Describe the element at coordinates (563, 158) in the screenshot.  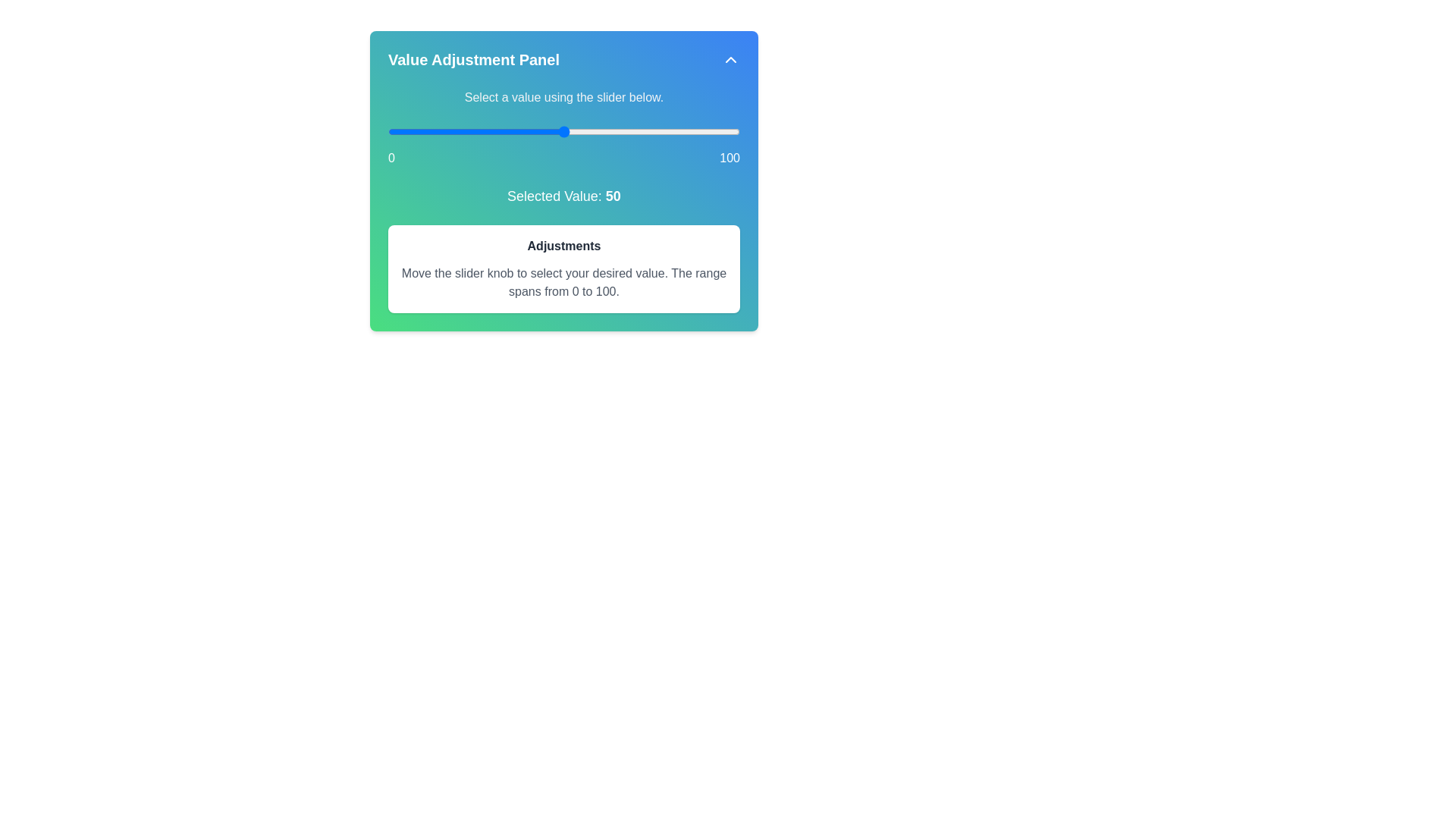
I see `the text labels element displaying the numeric values '0' and '100' with a gradient background, located directly below the slider track in the Value Adjustment Panel` at that location.